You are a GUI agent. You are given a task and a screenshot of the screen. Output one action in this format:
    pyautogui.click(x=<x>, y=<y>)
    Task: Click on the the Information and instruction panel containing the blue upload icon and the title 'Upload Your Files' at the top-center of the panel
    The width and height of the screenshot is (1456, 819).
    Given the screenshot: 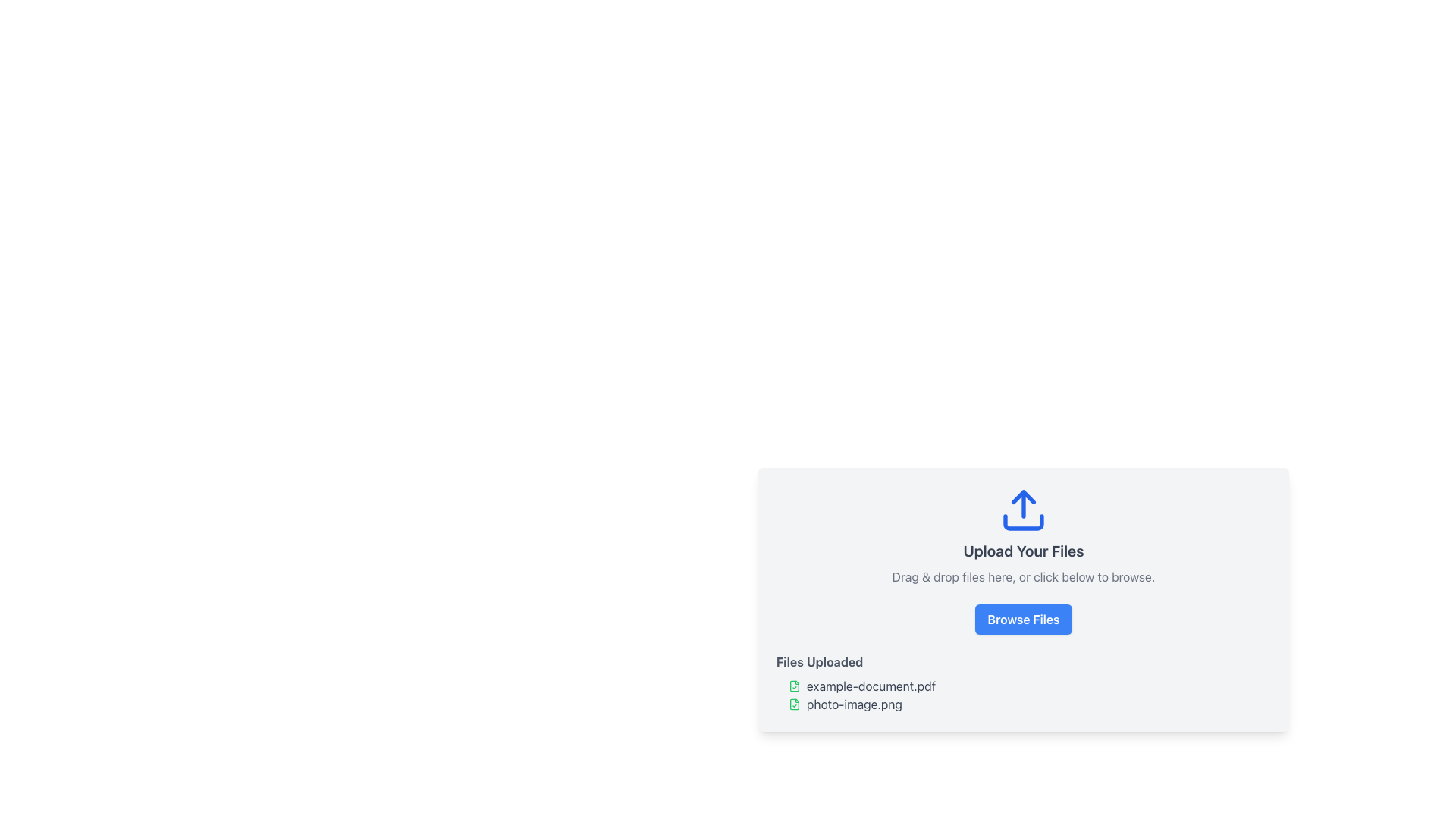 What is the action you would take?
    pyautogui.click(x=1023, y=535)
    